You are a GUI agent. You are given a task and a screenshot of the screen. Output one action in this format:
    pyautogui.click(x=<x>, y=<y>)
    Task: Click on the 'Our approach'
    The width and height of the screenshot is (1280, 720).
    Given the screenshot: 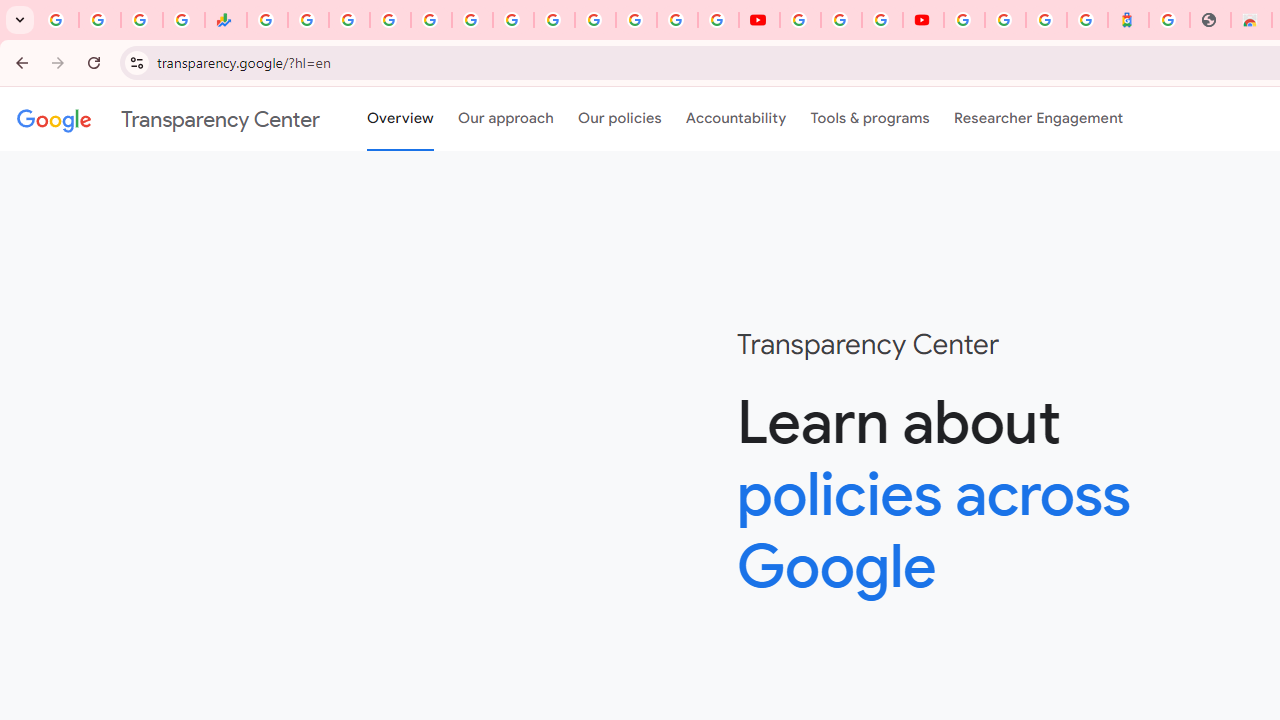 What is the action you would take?
    pyautogui.click(x=506, y=119)
    